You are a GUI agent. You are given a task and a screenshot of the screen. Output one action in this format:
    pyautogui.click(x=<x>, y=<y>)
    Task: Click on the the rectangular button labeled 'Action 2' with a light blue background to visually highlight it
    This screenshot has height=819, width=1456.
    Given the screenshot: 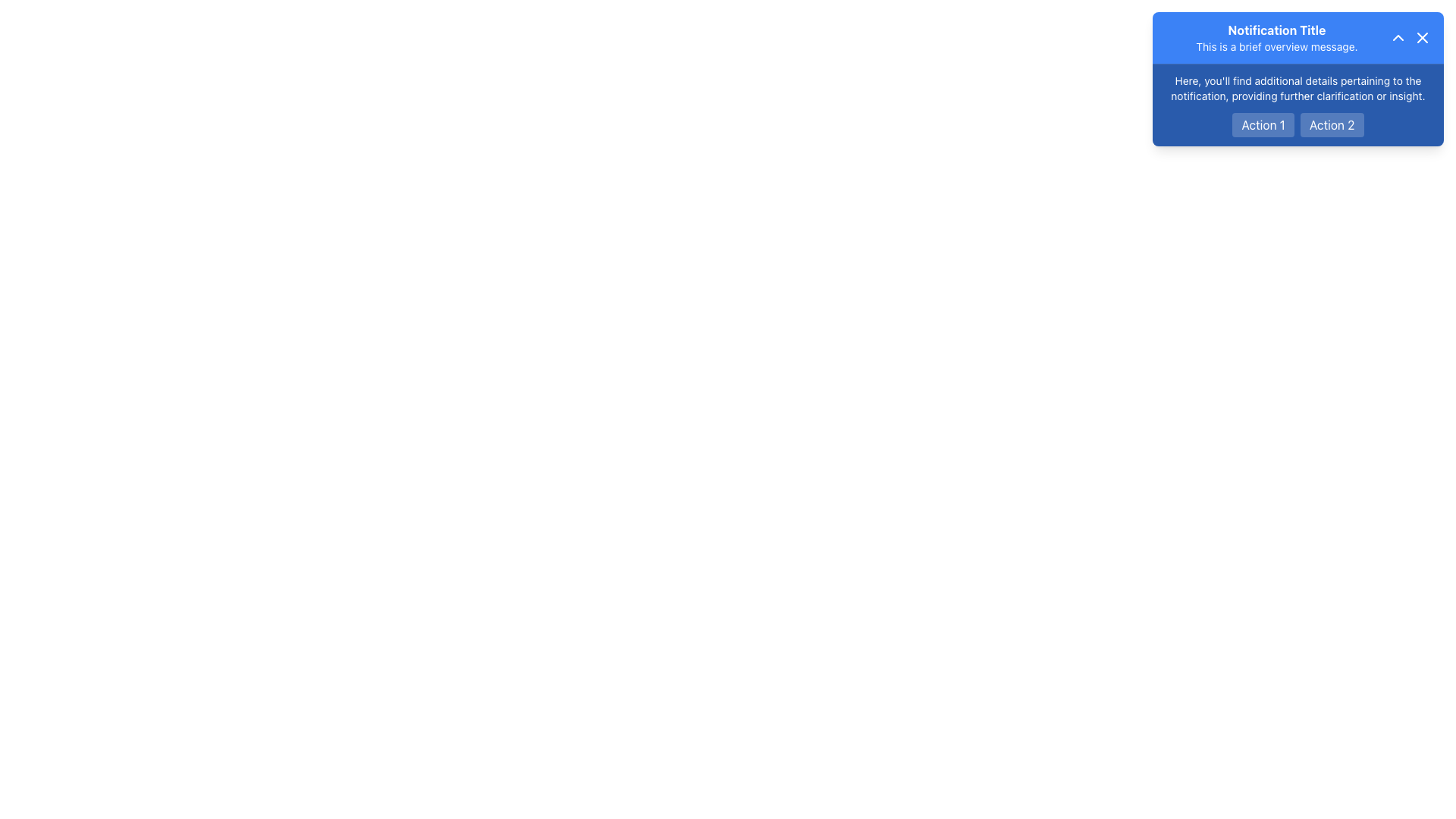 What is the action you would take?
    pyautogui.click(x=1331, y=124)
    